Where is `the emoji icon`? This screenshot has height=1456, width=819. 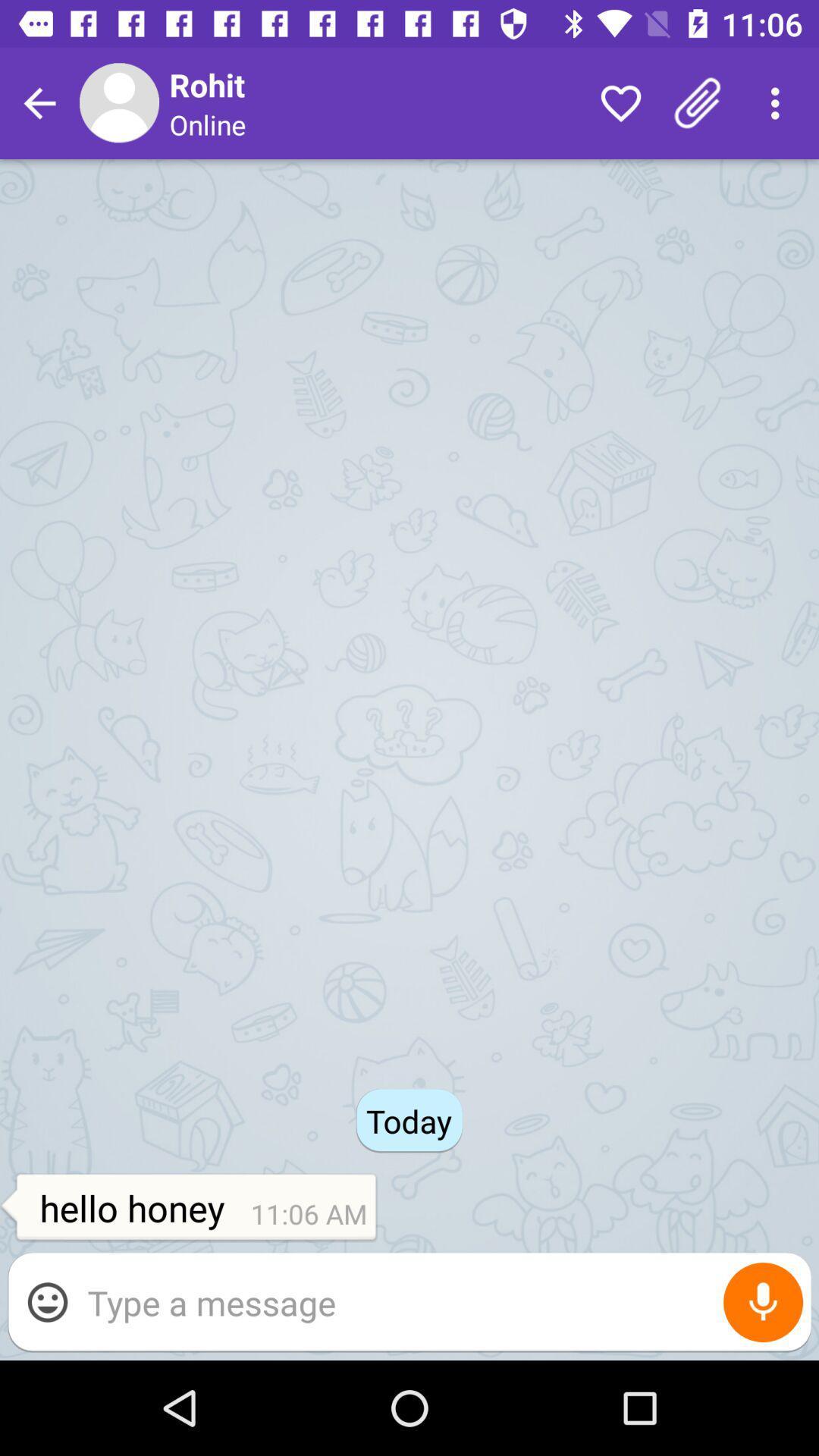
the emoji icon is located at coordinates (46, 1301).